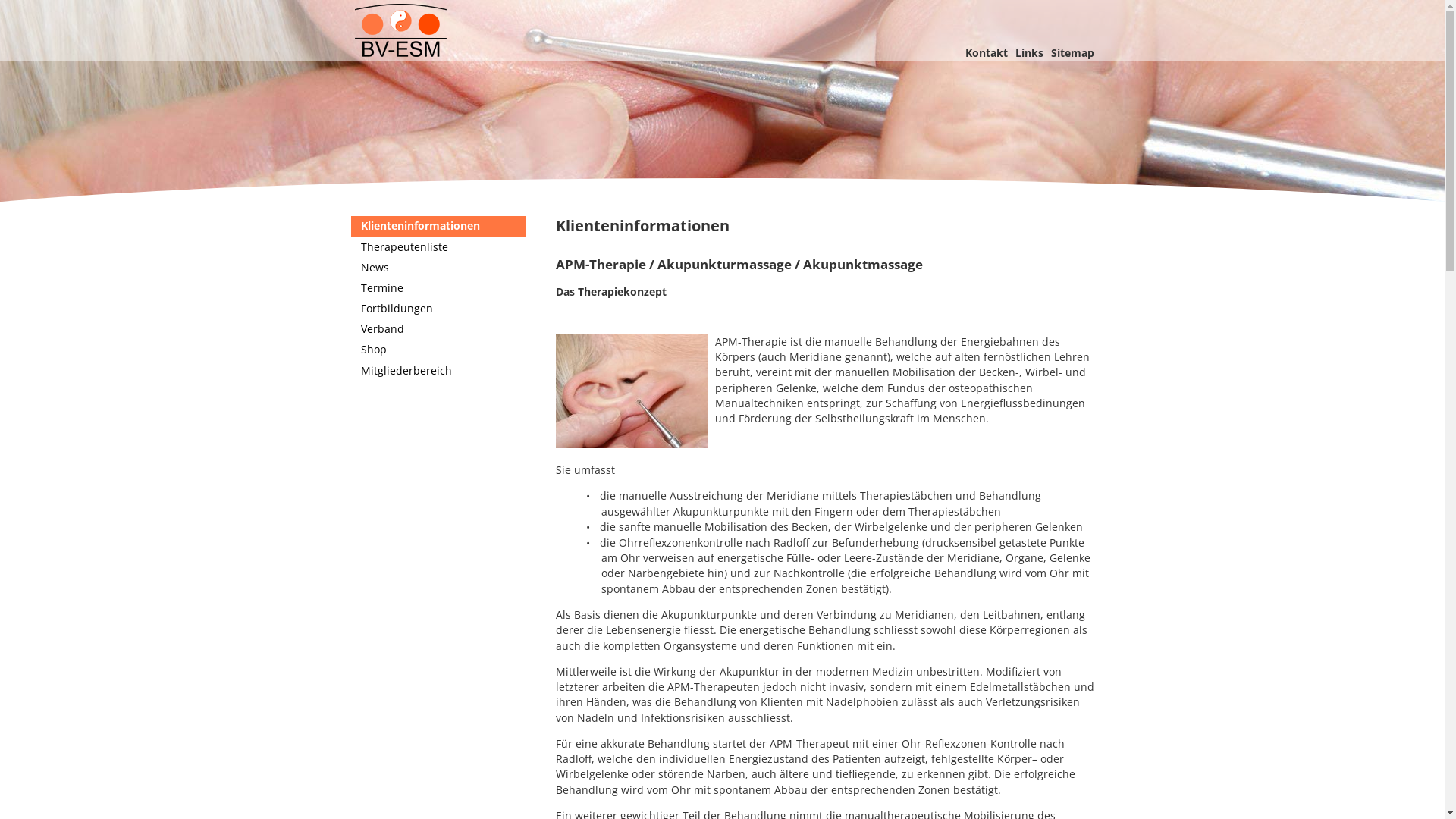 This screenshot has height=819, width=1456. I want to click on 'Verband', so click(436, 328).